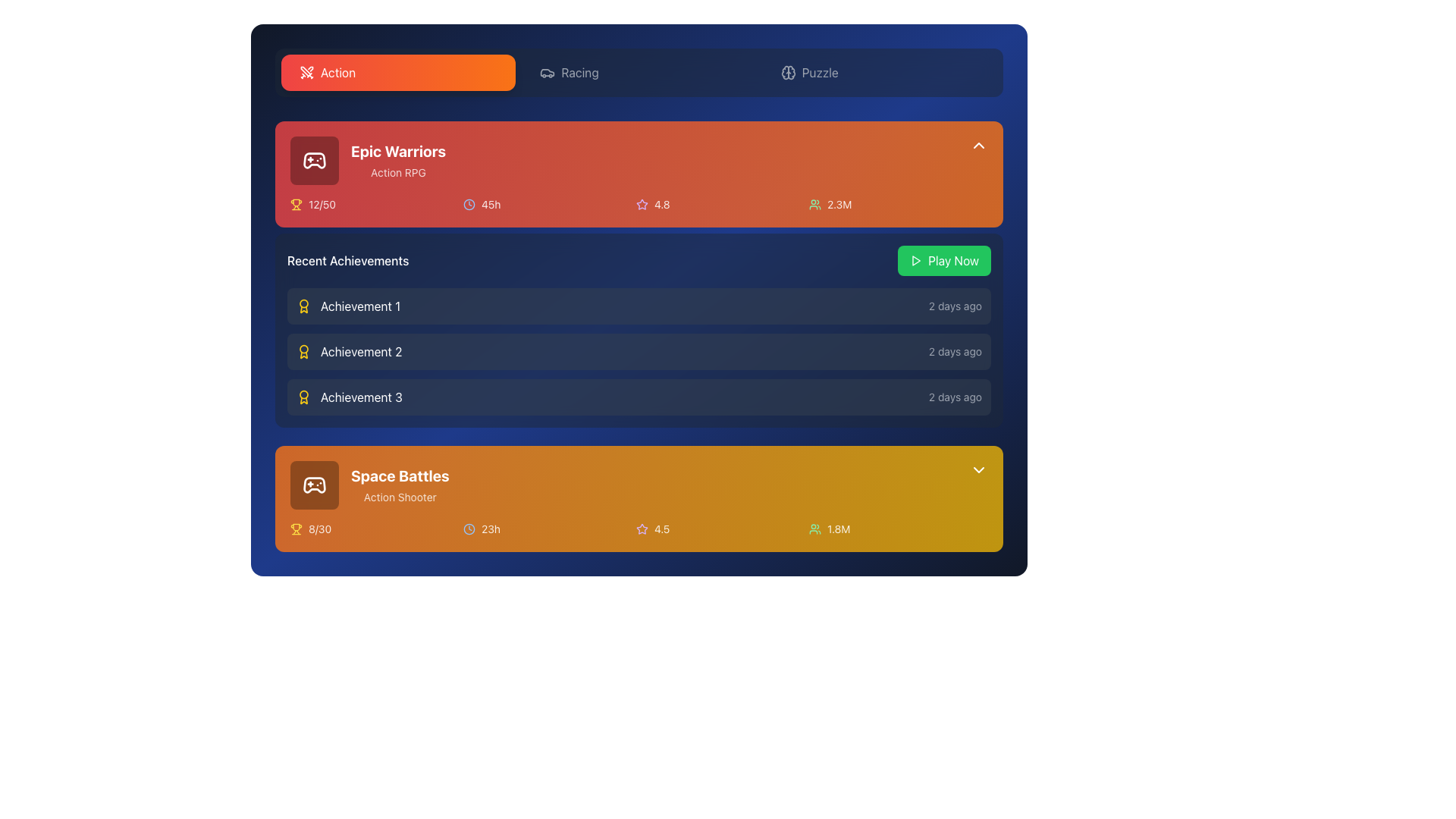 This screenshot has width=1456, height=819. I want to click on the 'Achievement 1' label with a medal icon, located at the top of the 'Recent Achievements' section, so click(347, 306).